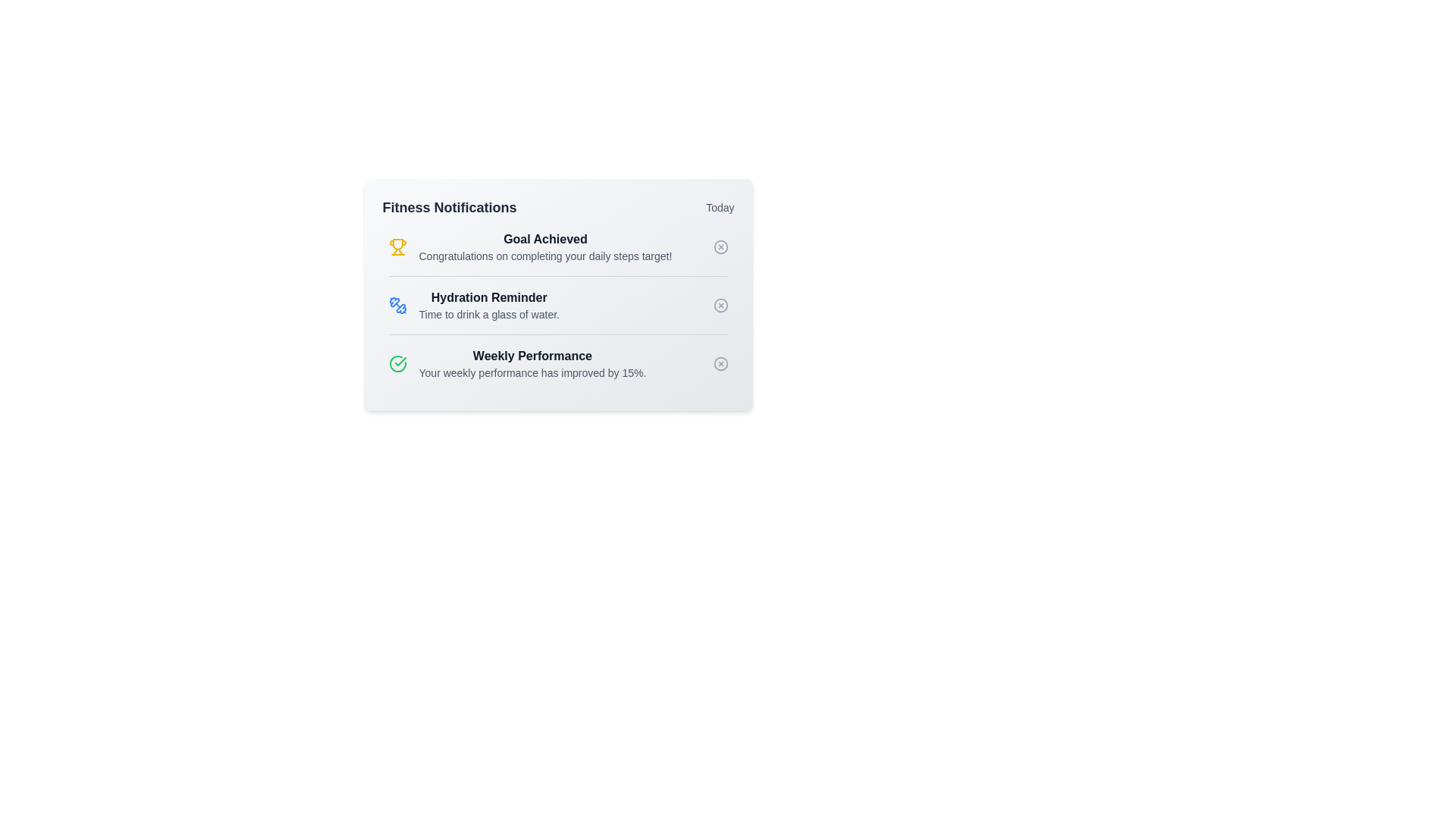 This screenshot has width=1456, height=819. I want to click on informational text snippet that says 'Time to drink a glass of water.' located below the 'Hydration Reminder' header in the second notification of the 'Fitness Notifications' card, so click(489, 314).